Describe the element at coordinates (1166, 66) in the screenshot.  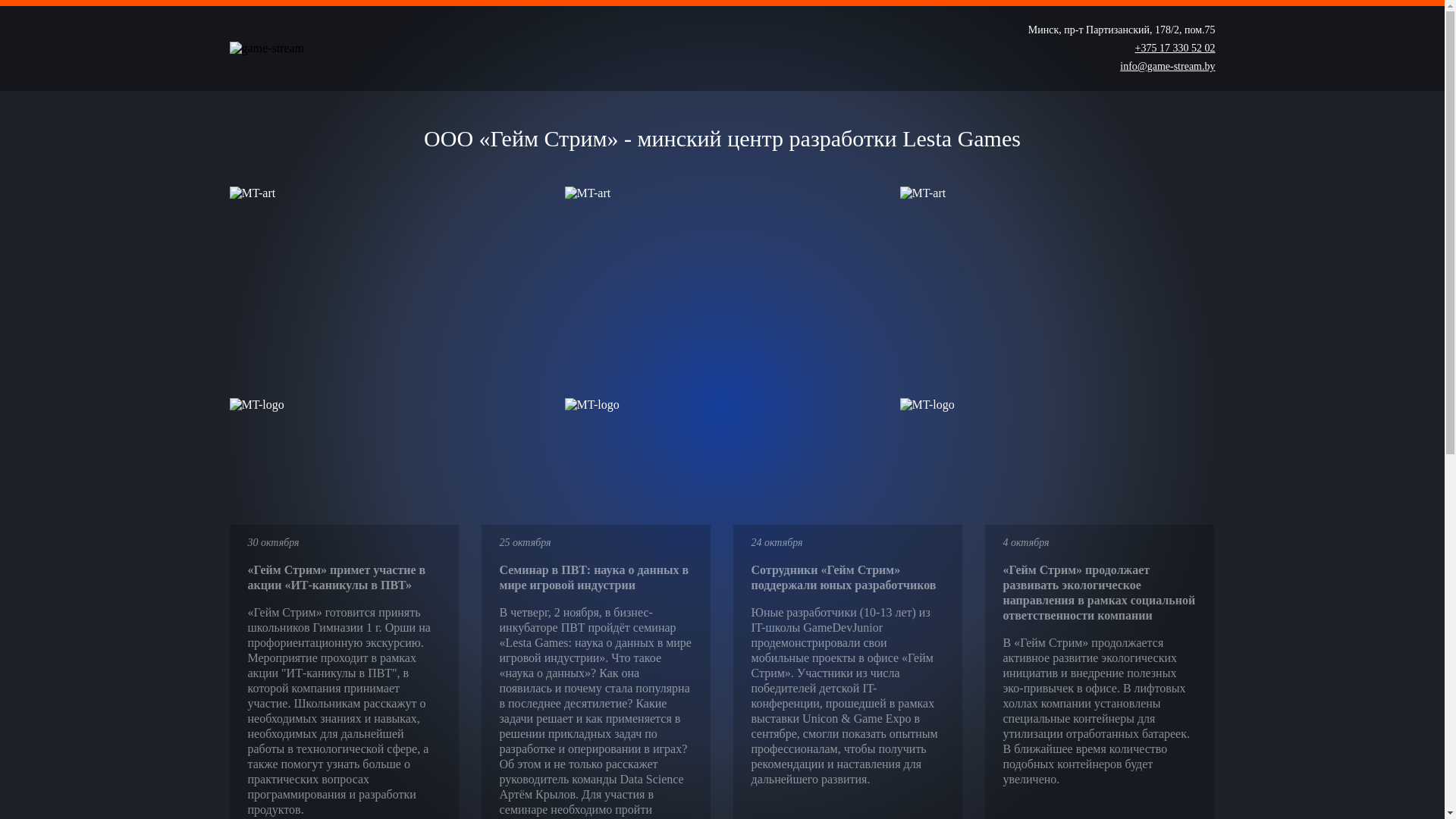
I see `'info@game-stream.by'` at that location.